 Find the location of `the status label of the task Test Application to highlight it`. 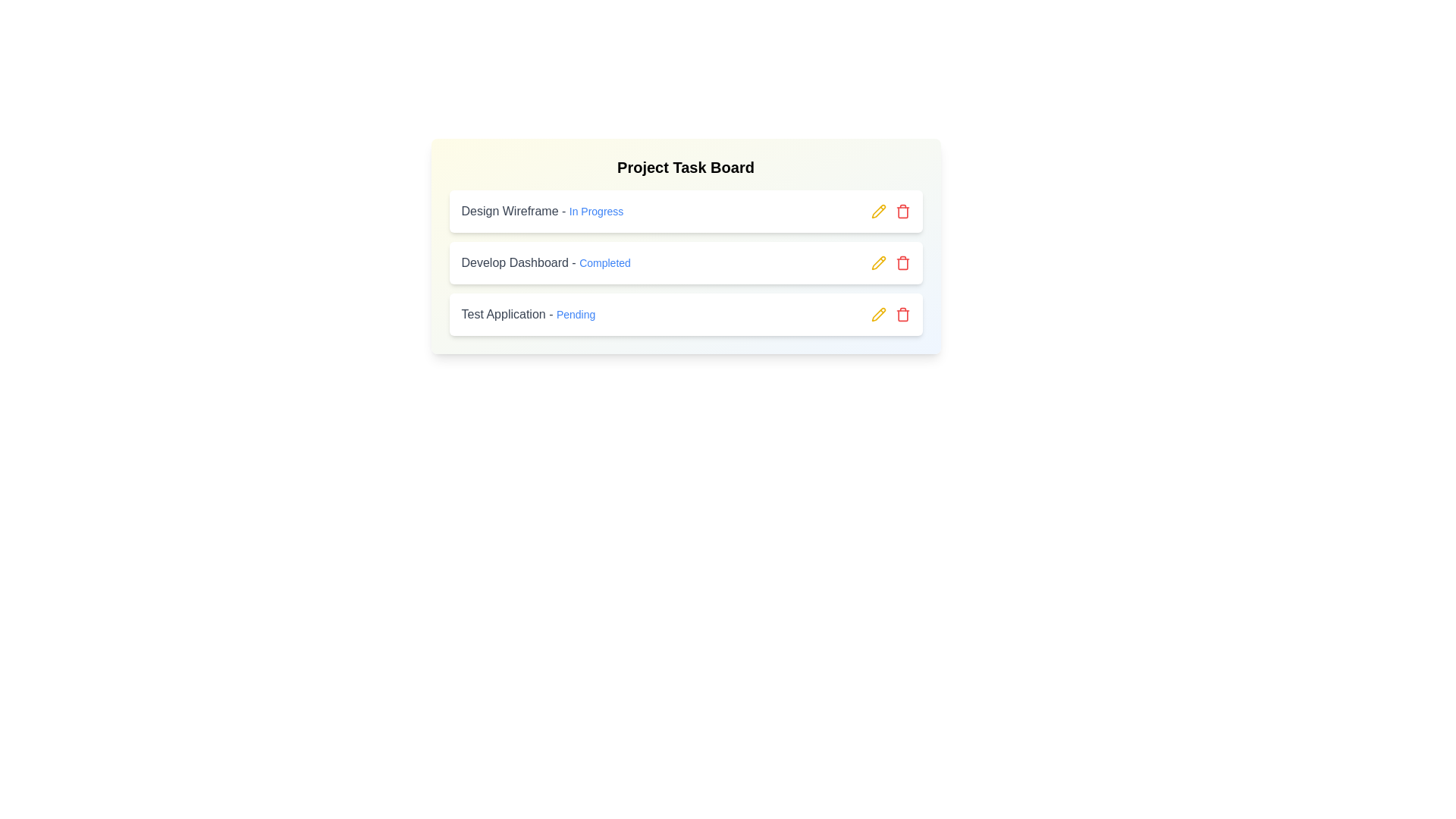

the status label of the task Test Application to highlight it is located at coordinates (575, 314).